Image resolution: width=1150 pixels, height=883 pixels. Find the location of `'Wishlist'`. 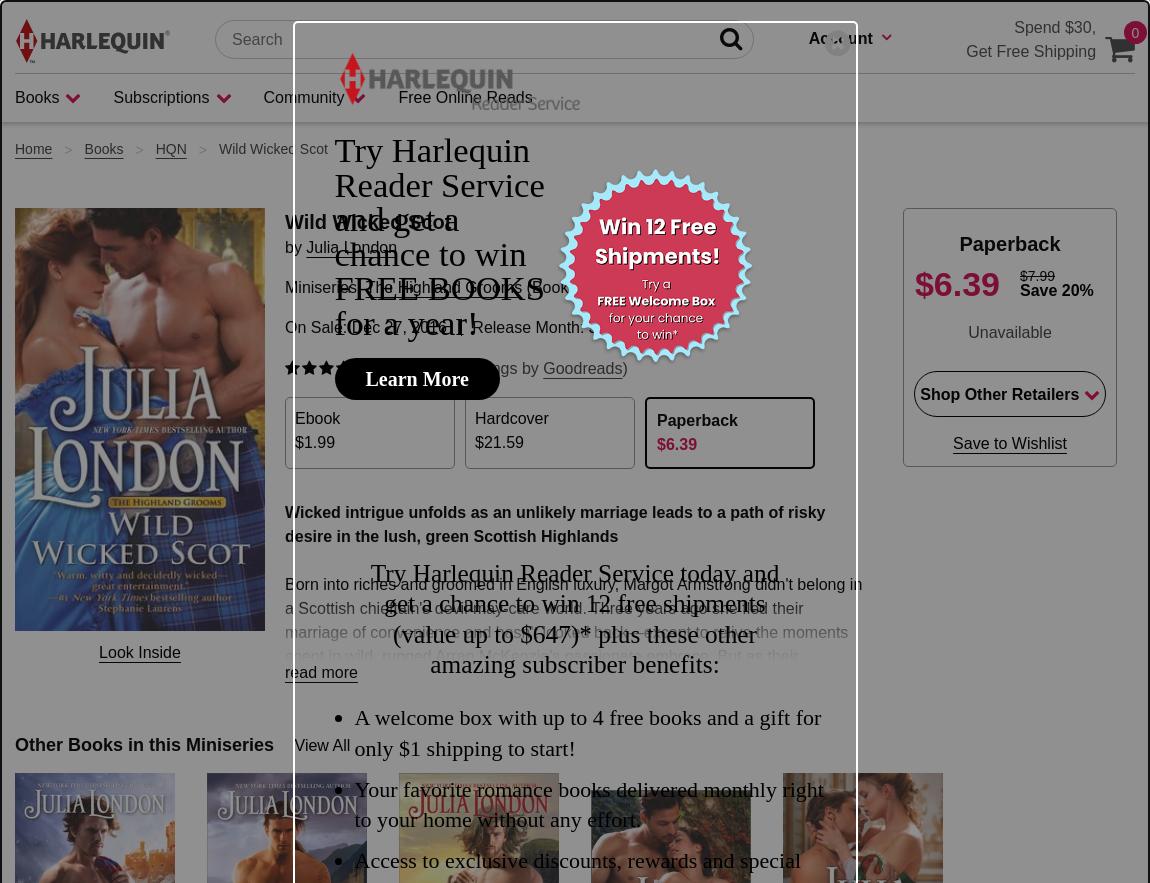

'Wishlist' is located at coordinates (836, 283).